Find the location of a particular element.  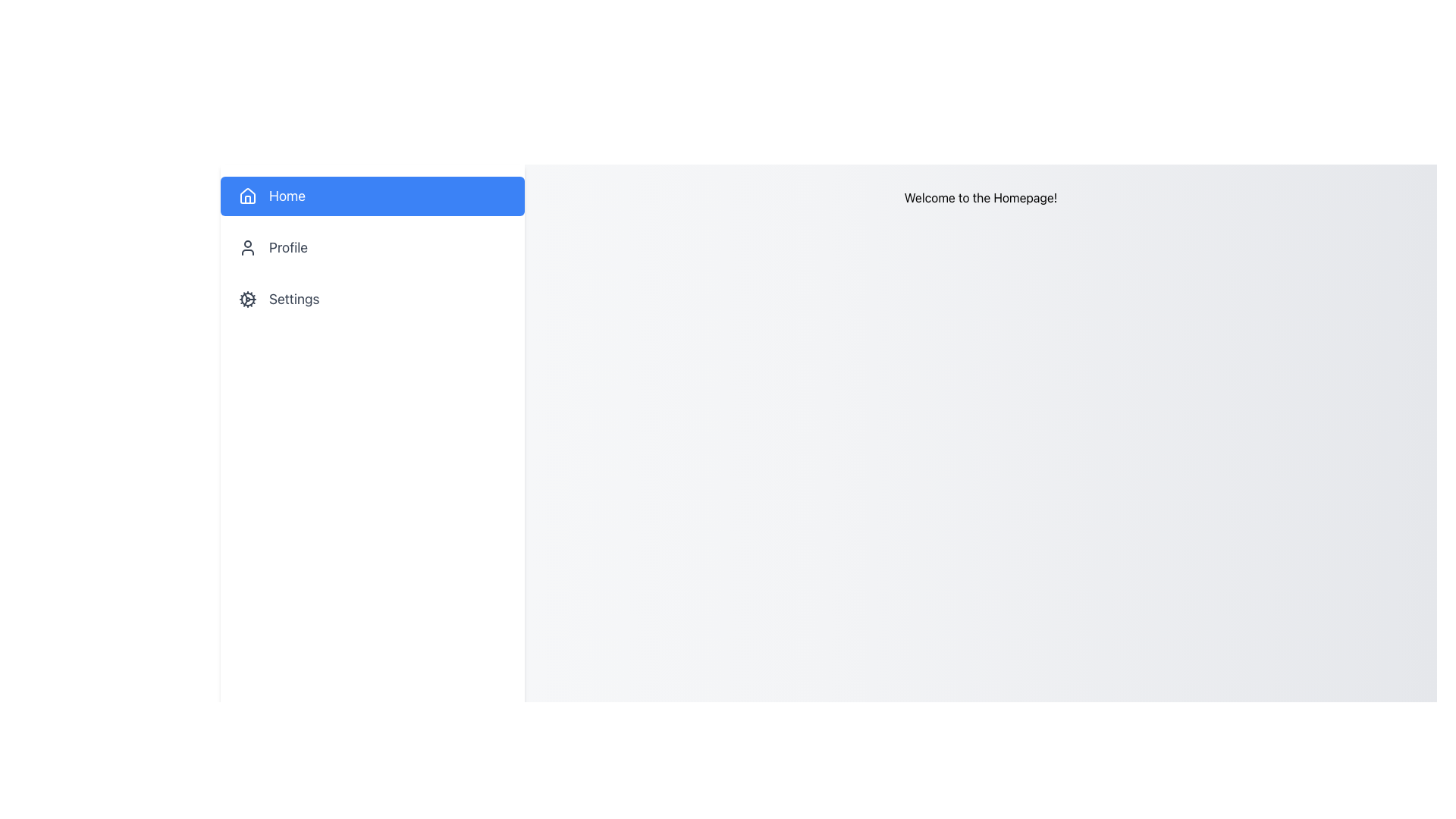

the house roof icon located in the upper section of the left sidebar, immediately to the left of the 'Home' label is located at coordinates (247, 195).